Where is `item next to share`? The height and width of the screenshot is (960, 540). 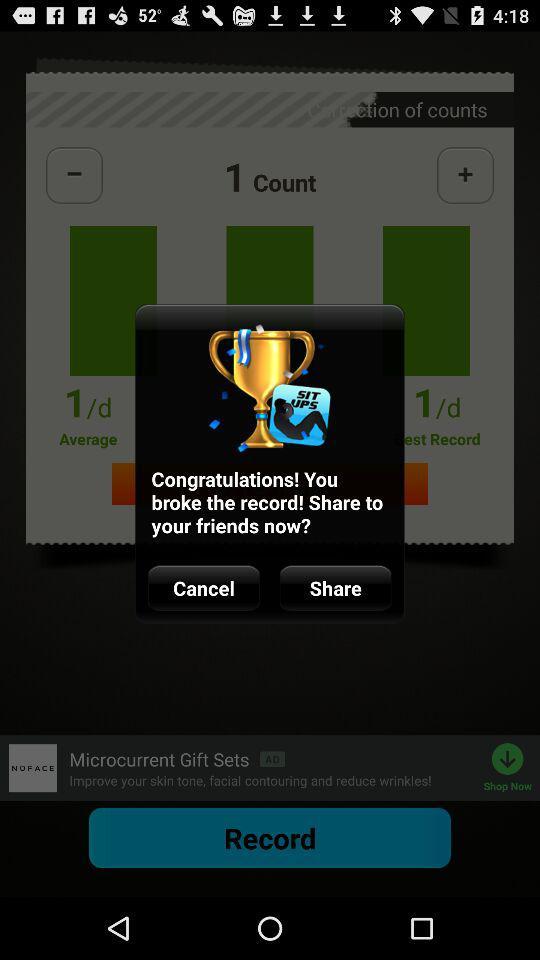
item next to share is located at coordinates (203, 588).